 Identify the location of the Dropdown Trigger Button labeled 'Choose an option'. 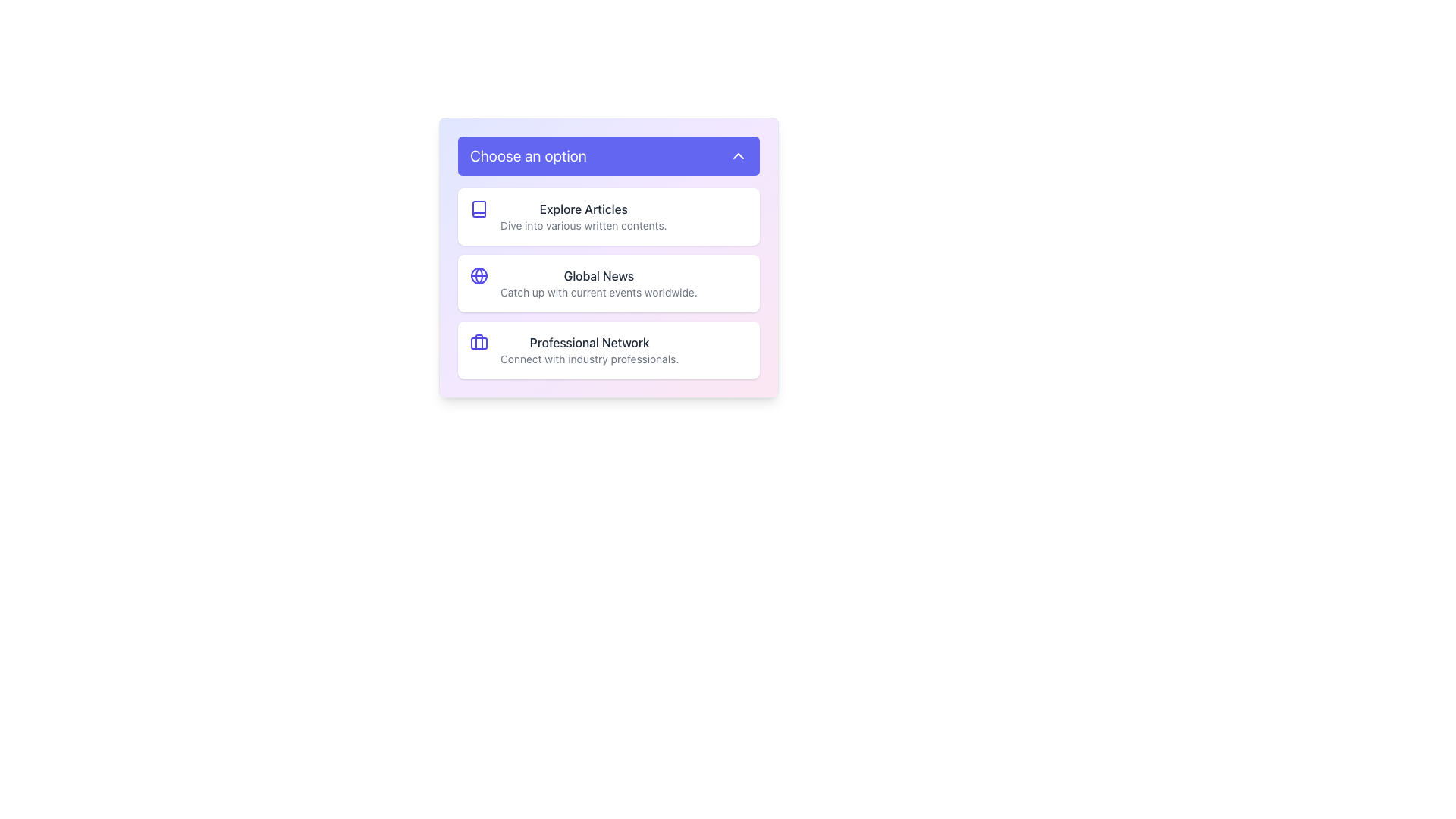
(608, 155).